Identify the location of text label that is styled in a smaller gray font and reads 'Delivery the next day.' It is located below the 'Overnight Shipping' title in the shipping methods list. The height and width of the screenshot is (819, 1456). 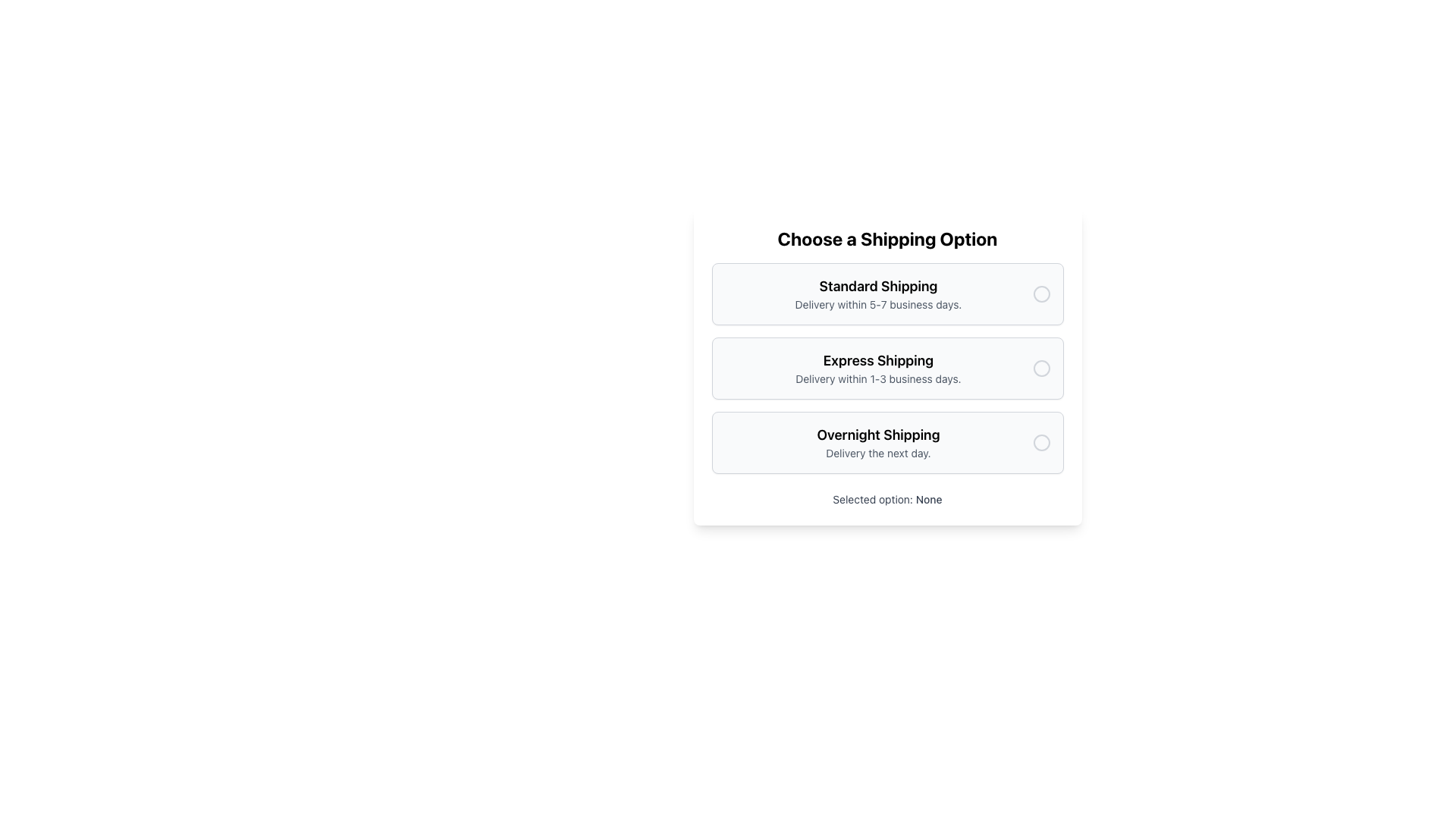
(878, 452).